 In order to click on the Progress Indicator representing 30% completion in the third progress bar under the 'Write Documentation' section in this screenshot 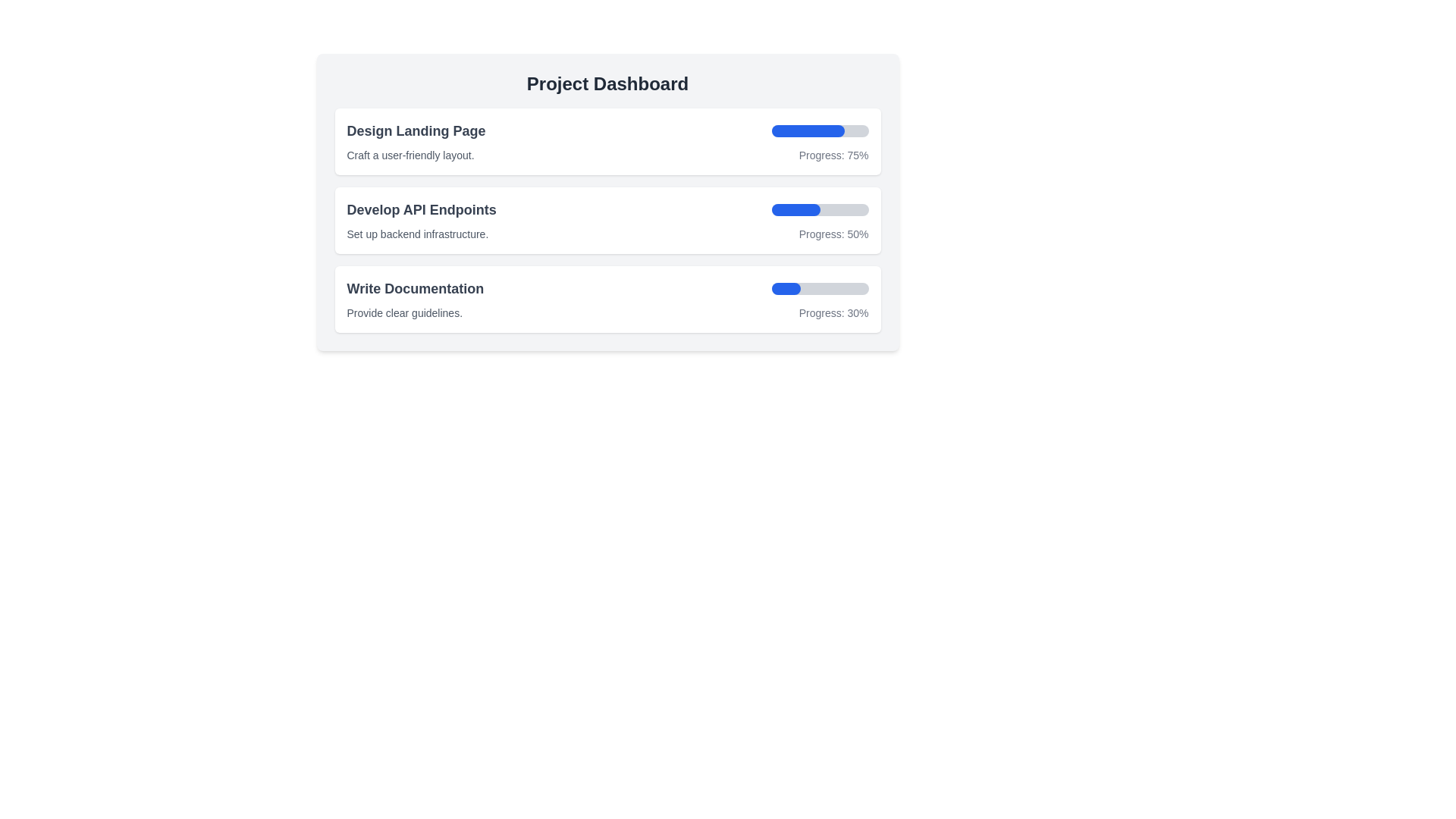, I will do `click(786, 289)`.